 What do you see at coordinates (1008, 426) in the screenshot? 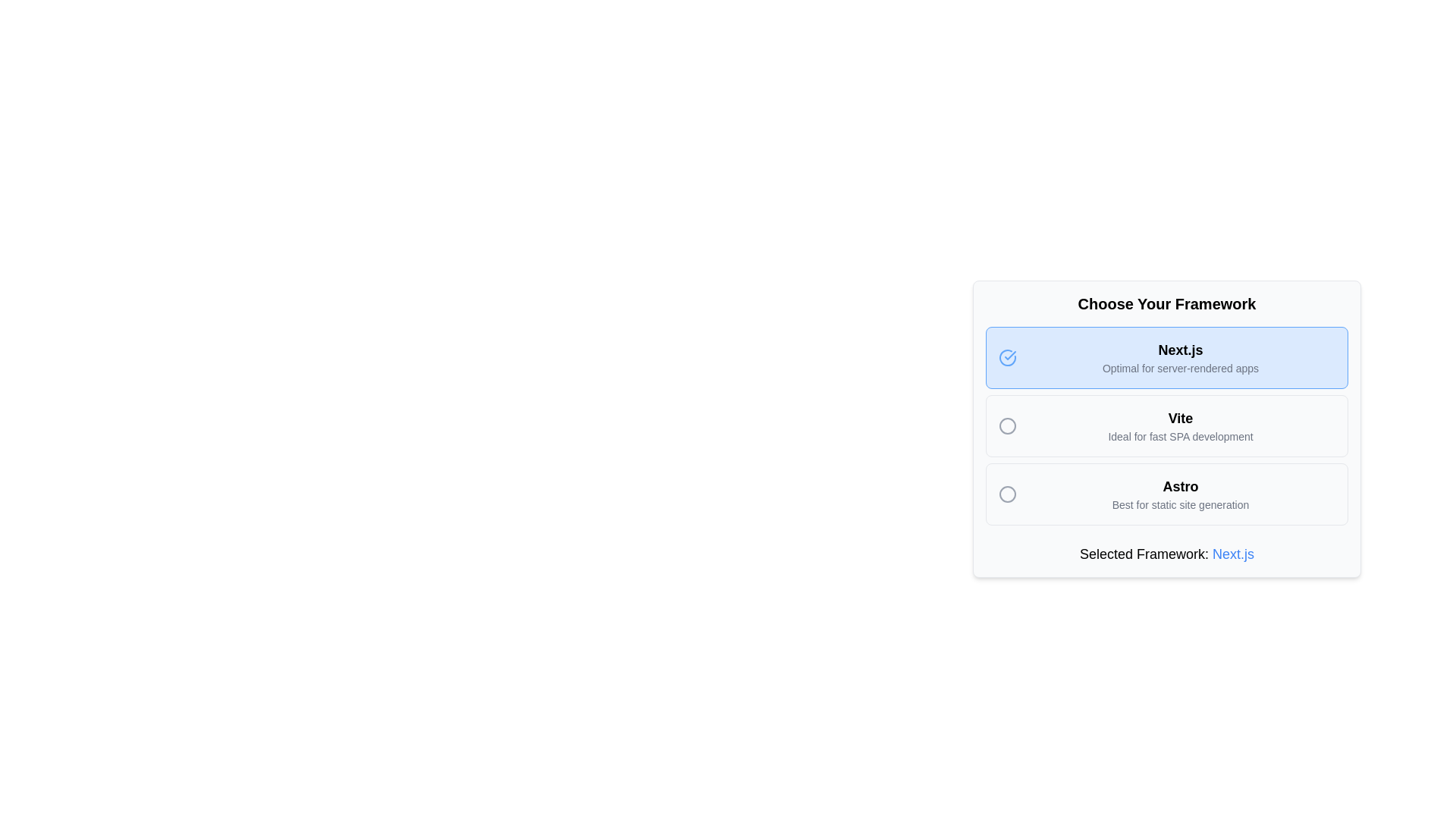
I see `the circle icon located to the left of the 'Vite' label in the 'Choose Your Framework' selection section` at bounding box center [1008, 426].